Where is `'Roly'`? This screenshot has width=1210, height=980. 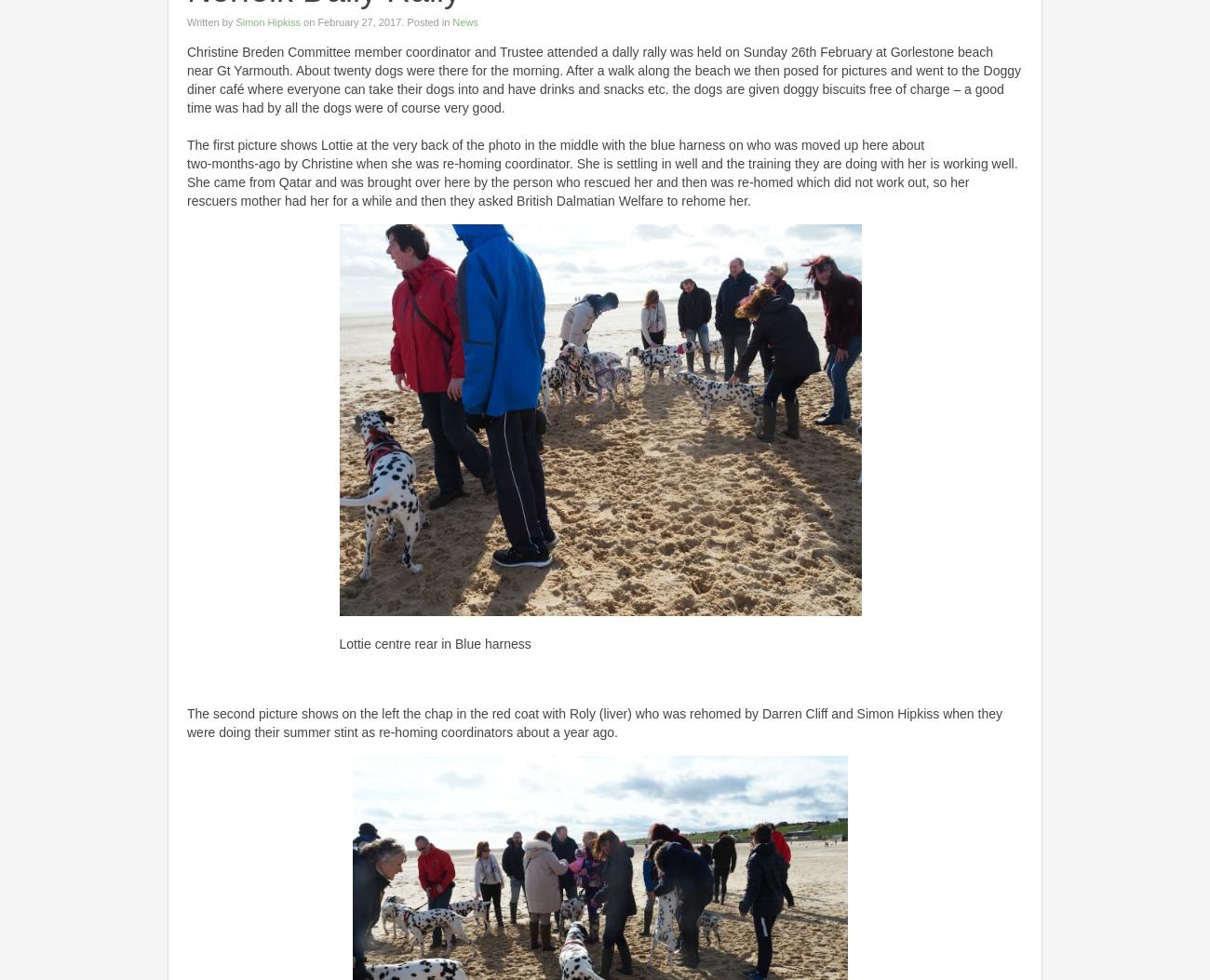 'Roly' is located at coordinates (582, 711).